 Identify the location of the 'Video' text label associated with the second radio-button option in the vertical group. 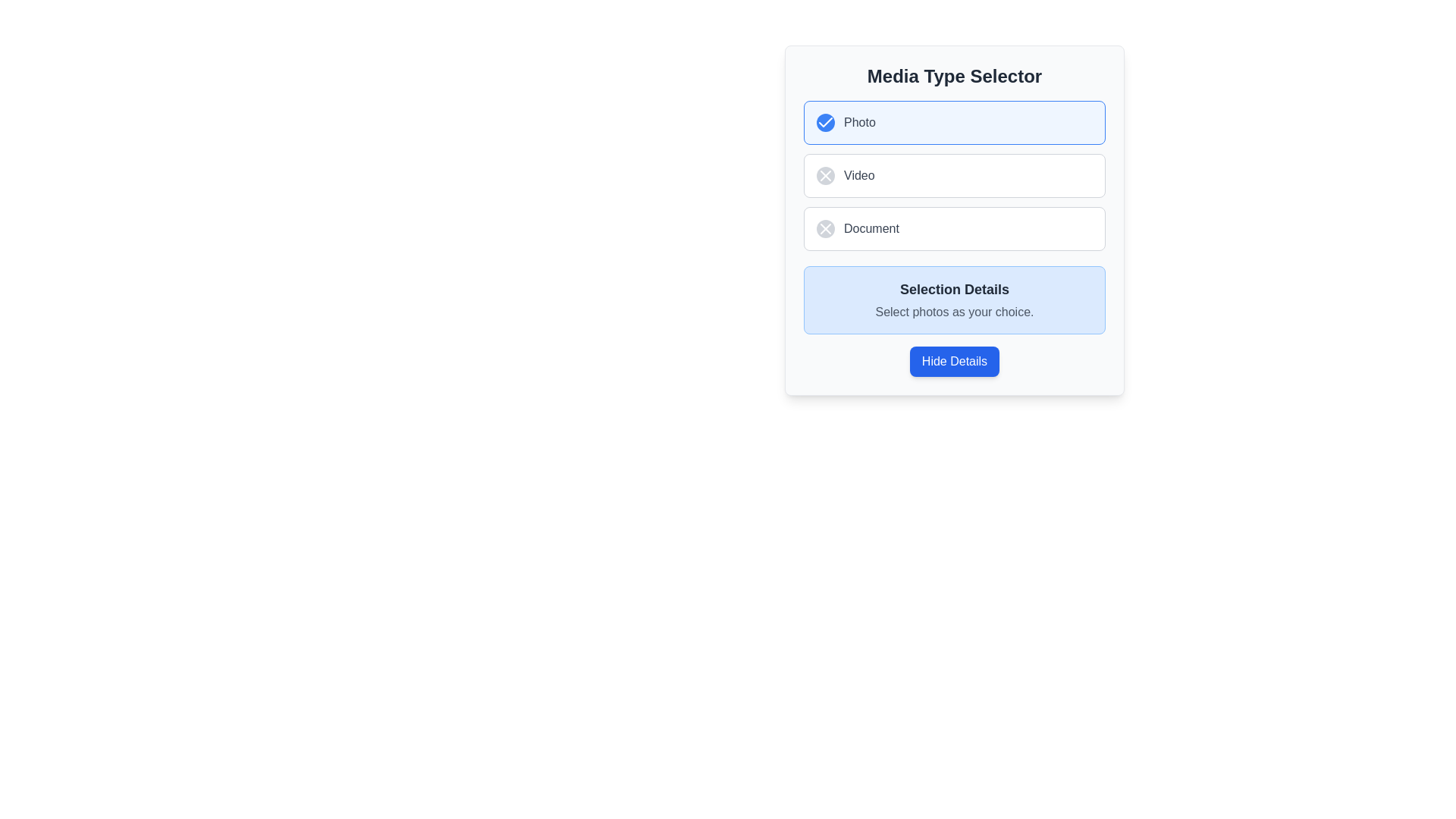
(859, 174).